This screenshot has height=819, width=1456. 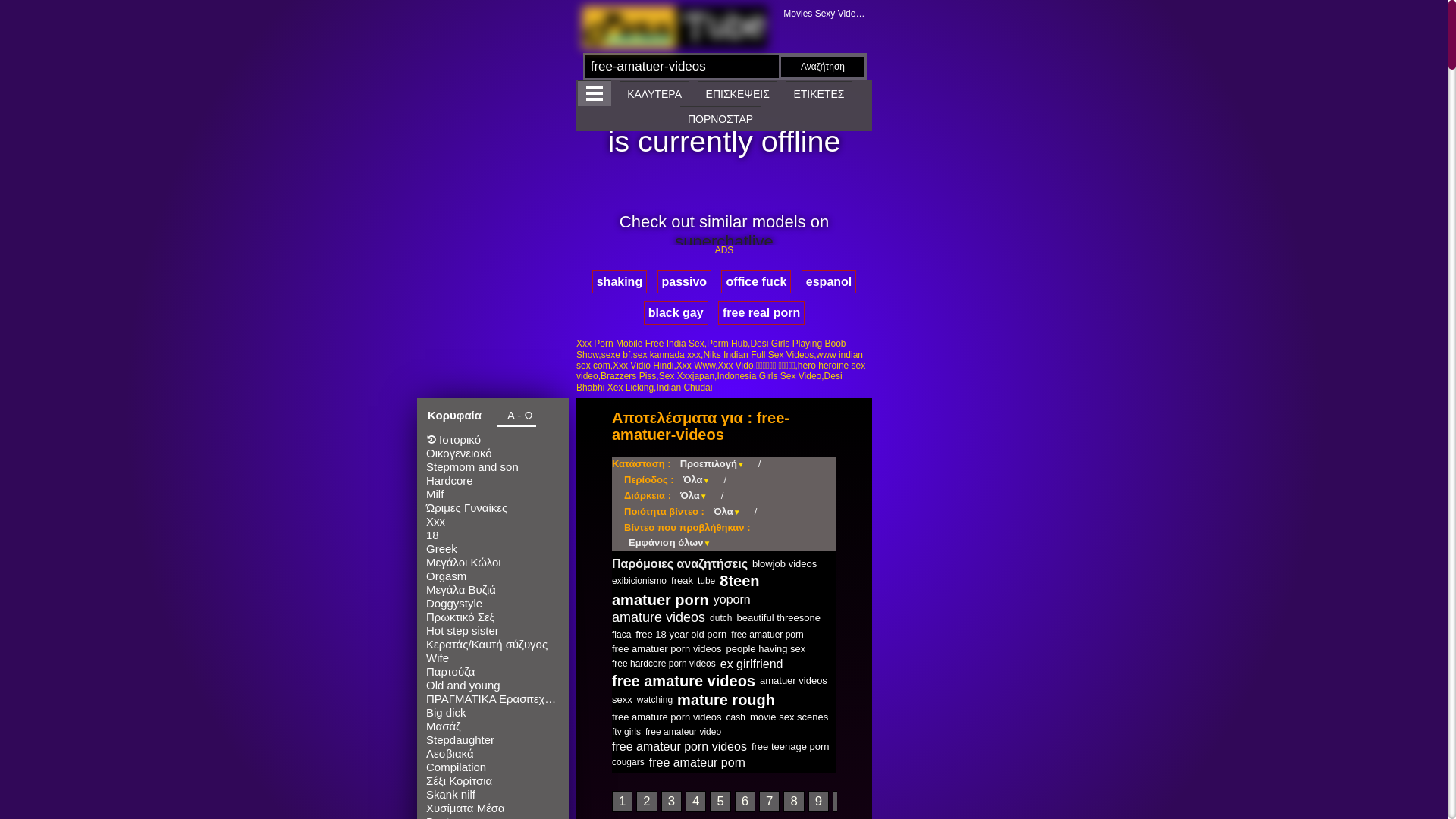 I want to click on '18', so click(x=492, y=534).